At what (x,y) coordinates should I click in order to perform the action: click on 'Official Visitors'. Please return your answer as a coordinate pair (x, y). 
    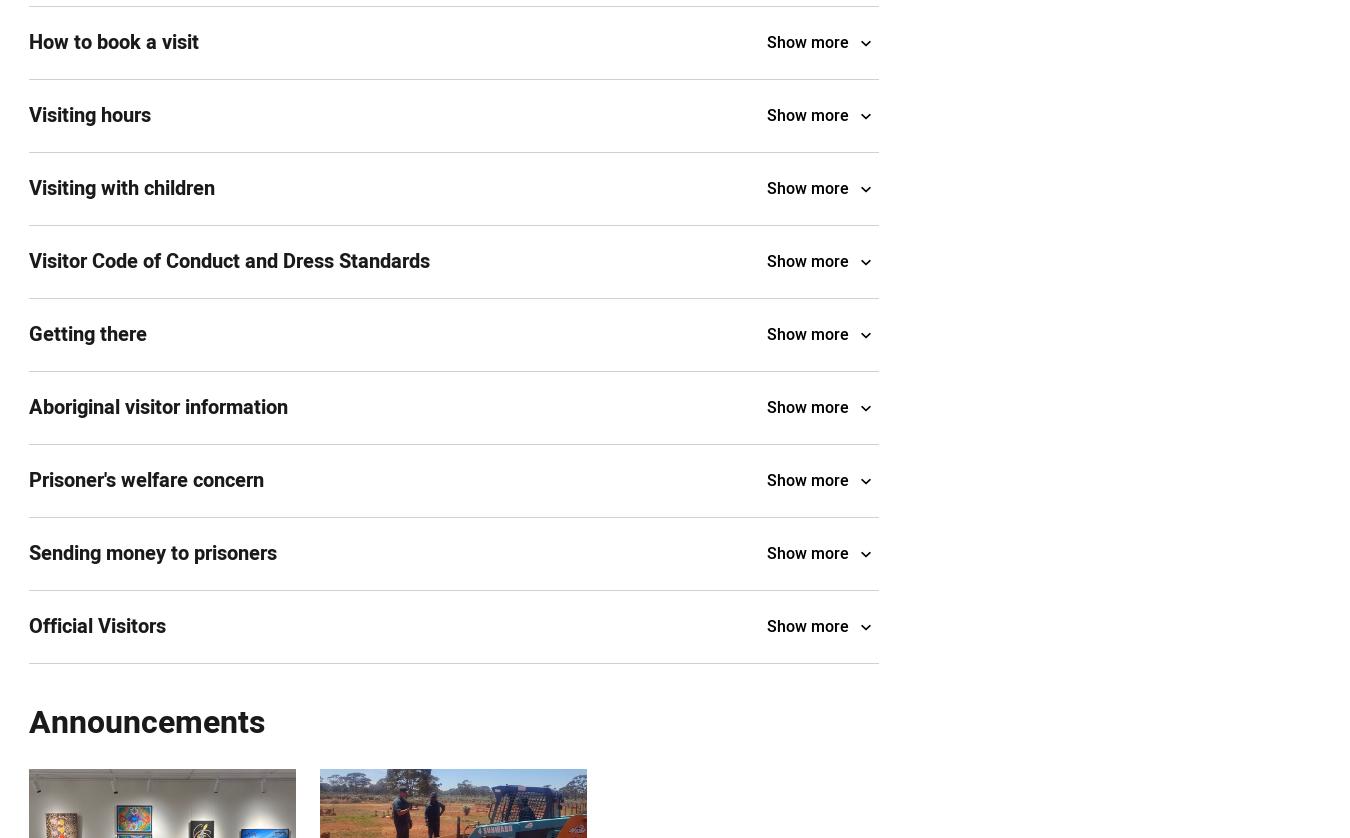
    Looking at the image, I should click on (28, 626).